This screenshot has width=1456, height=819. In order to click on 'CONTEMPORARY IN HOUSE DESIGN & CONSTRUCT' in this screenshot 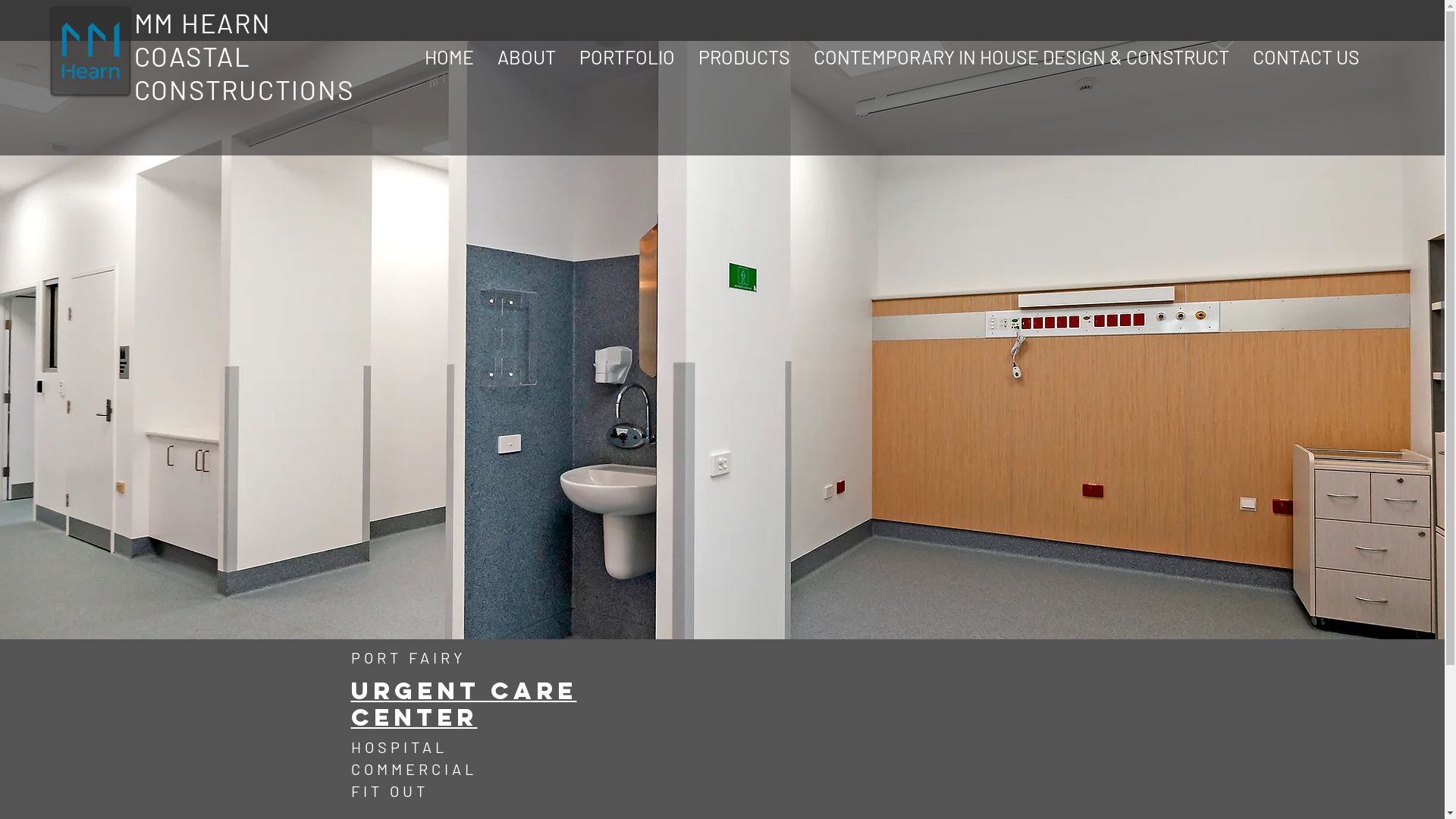, I will do `click(1021, 55)`.